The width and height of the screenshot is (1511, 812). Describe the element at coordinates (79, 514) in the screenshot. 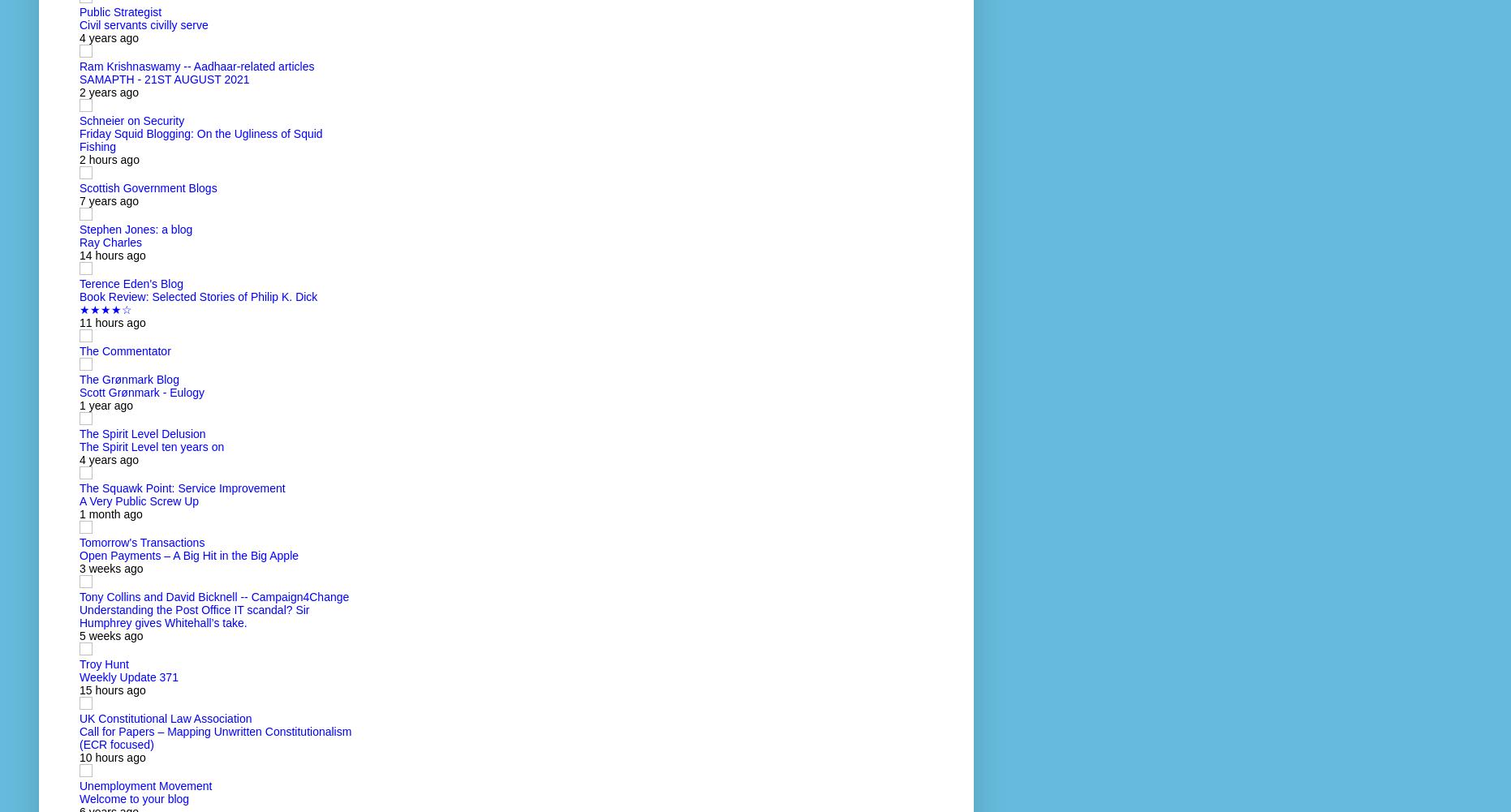

I see `'1 month ago'` at that location.